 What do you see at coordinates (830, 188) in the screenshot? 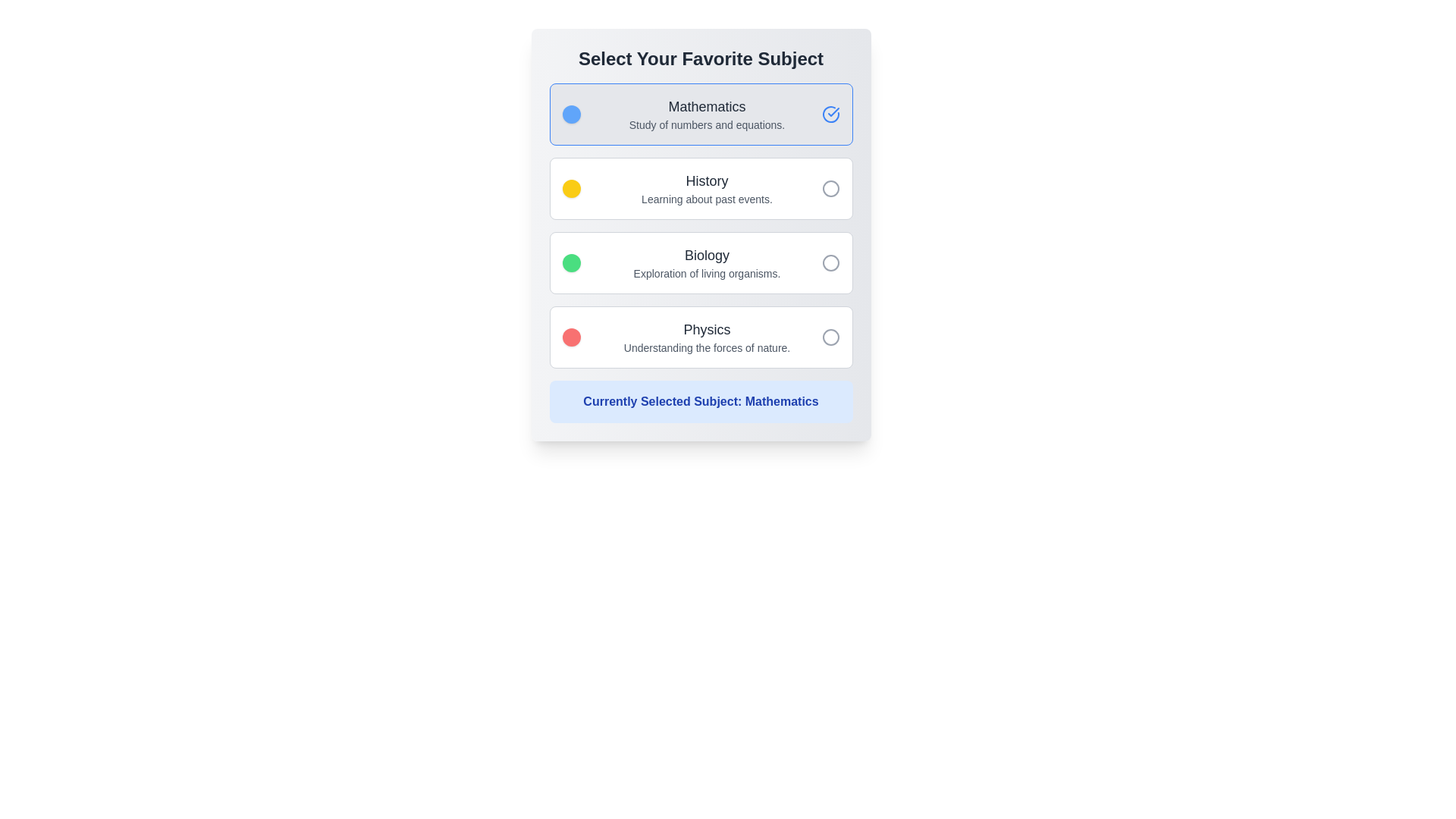
I see `the selection indicator icon associated with the 'History' option, which is the rightmost component in the second listed item of a vertically aligned group` at bounding box center [830, 188].